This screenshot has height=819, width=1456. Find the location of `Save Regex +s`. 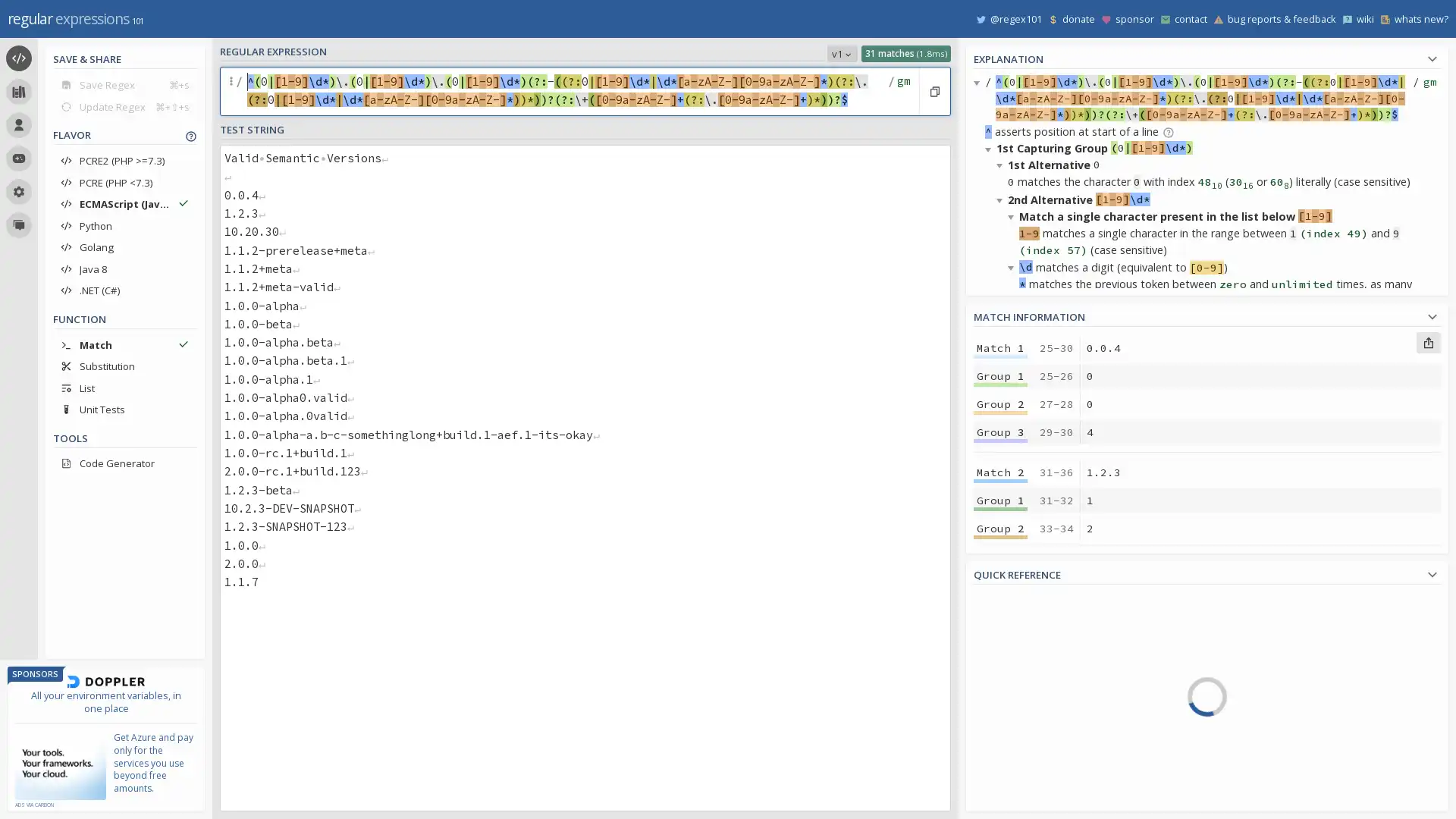

Save Regex +s is located at coordinates (124, 84).